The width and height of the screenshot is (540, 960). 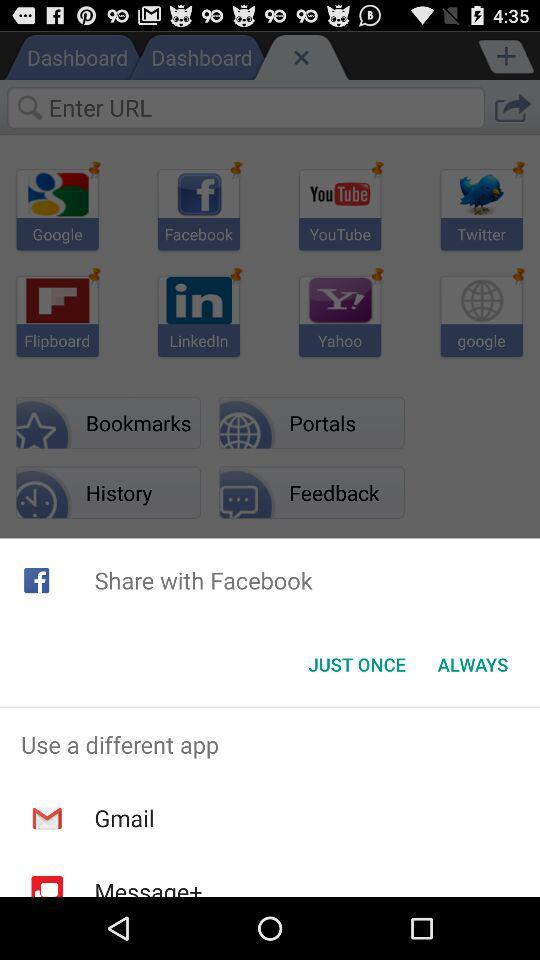 I want to click on always icon, so click(x=472, y=664).